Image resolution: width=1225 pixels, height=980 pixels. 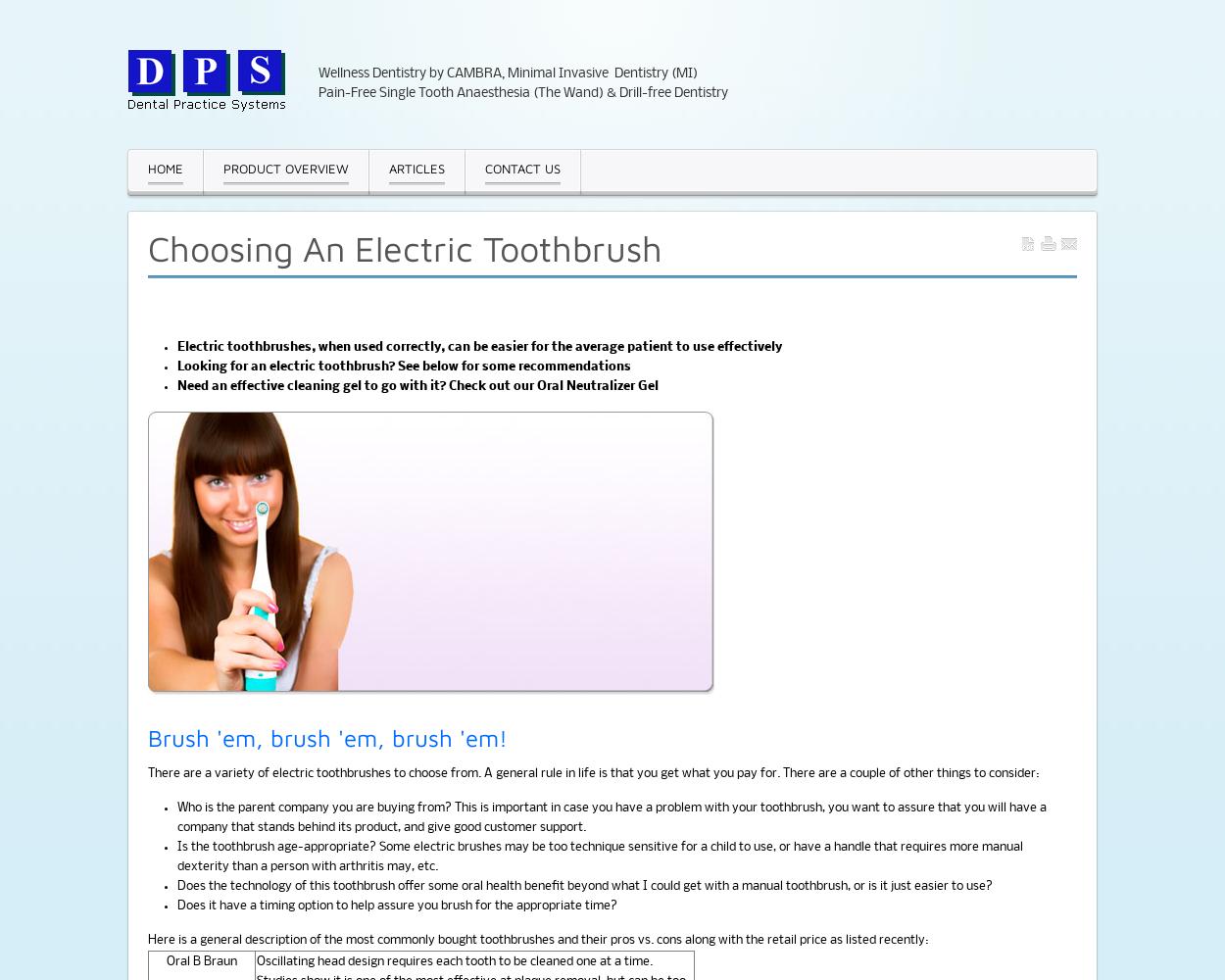 What do you see at coordinates (177, 346) in the screenshot?
I see `'Electric toothbrushes, when used correctly, can be easier for the average patient to use effectively'` at bounding box center [177, 346].